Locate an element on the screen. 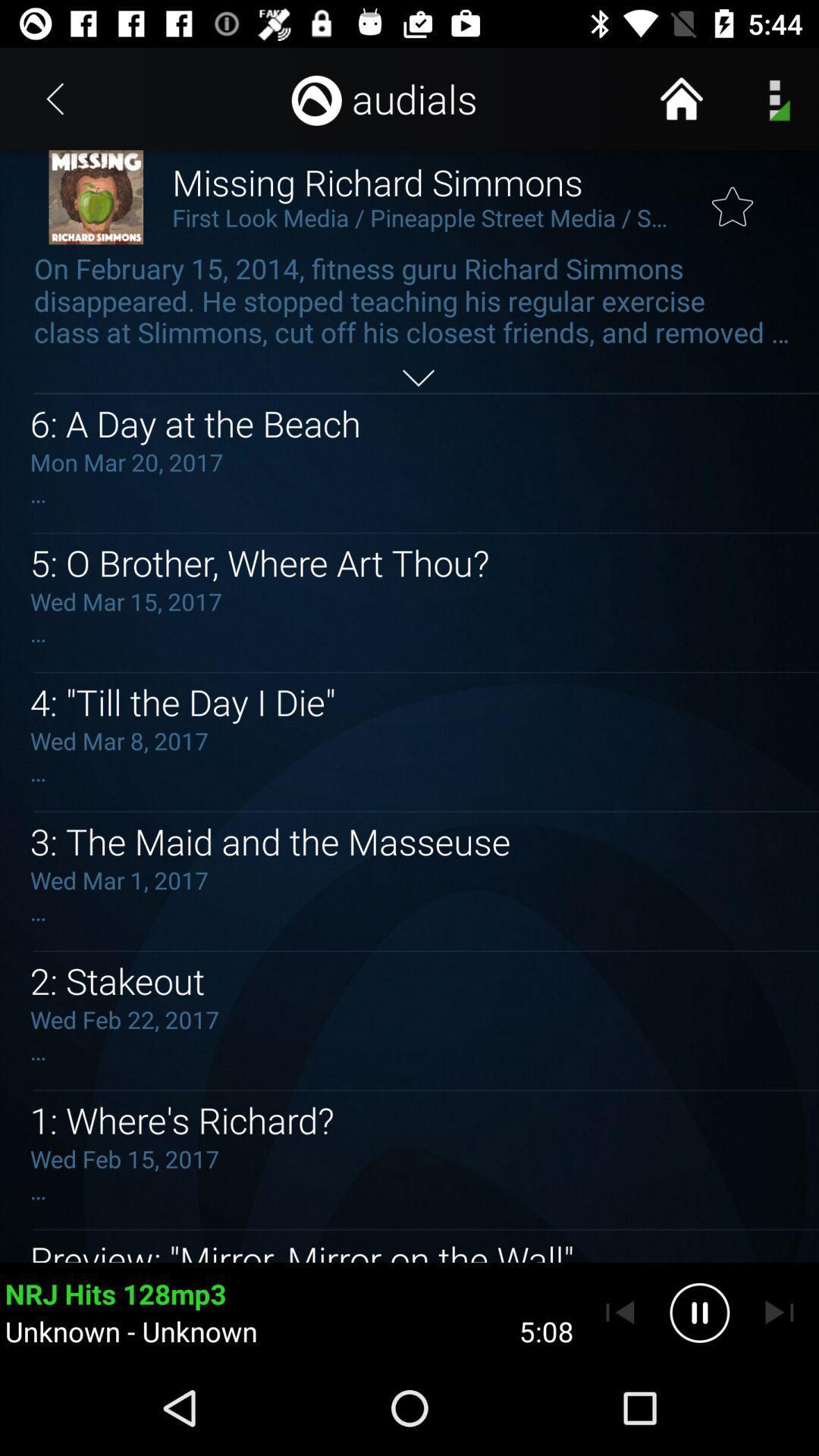 The width and height of the screenshot is (819, 1456). homepage is located at coordinates (680, 98).